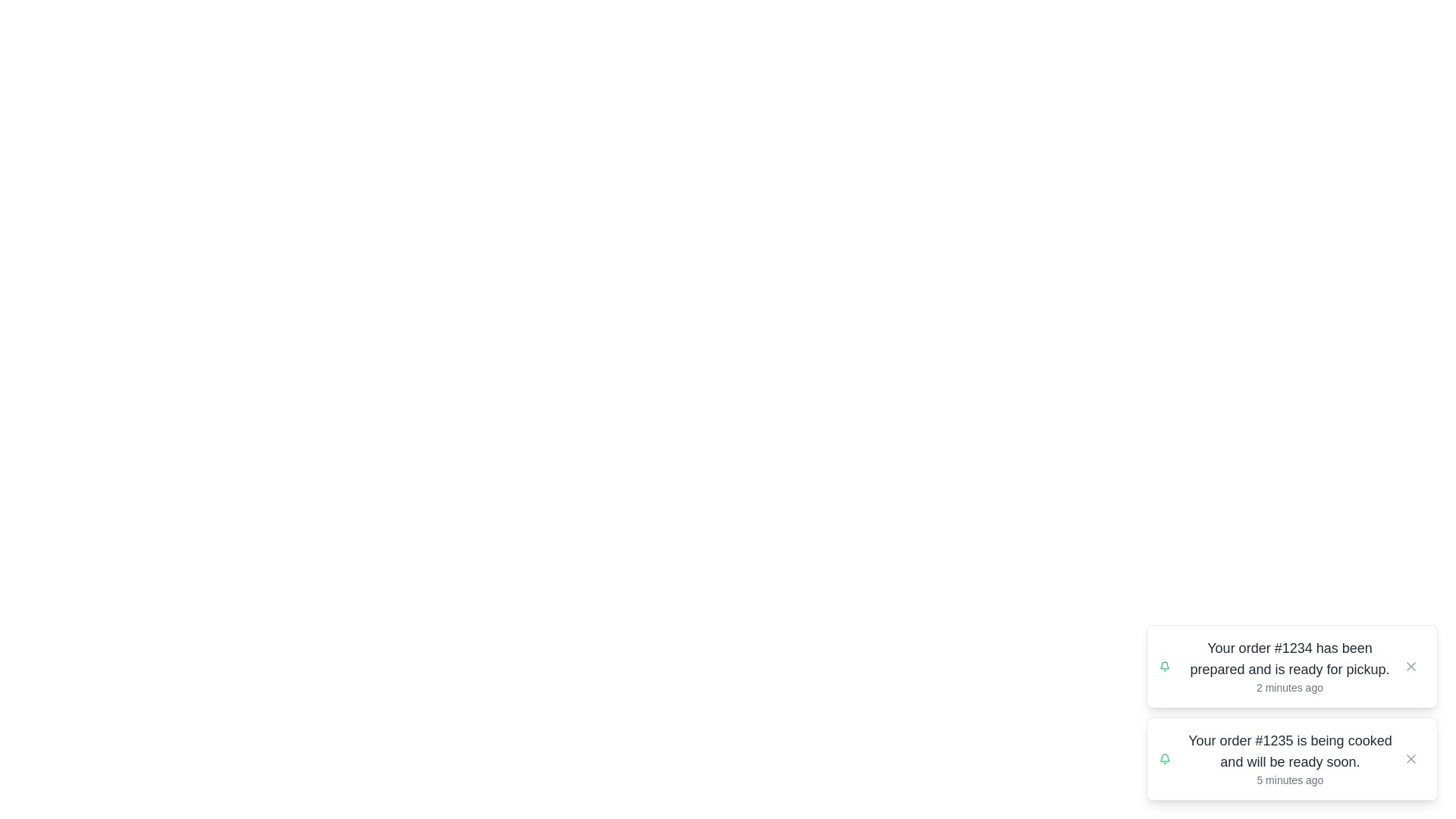  What do you see at coordinates (1289, 780) in the screenshot?
I see `text label displaying '5 minutes ago' in light gray font, located at the bottom of the notification box for order #1235` at bounding box center [1289, 780].